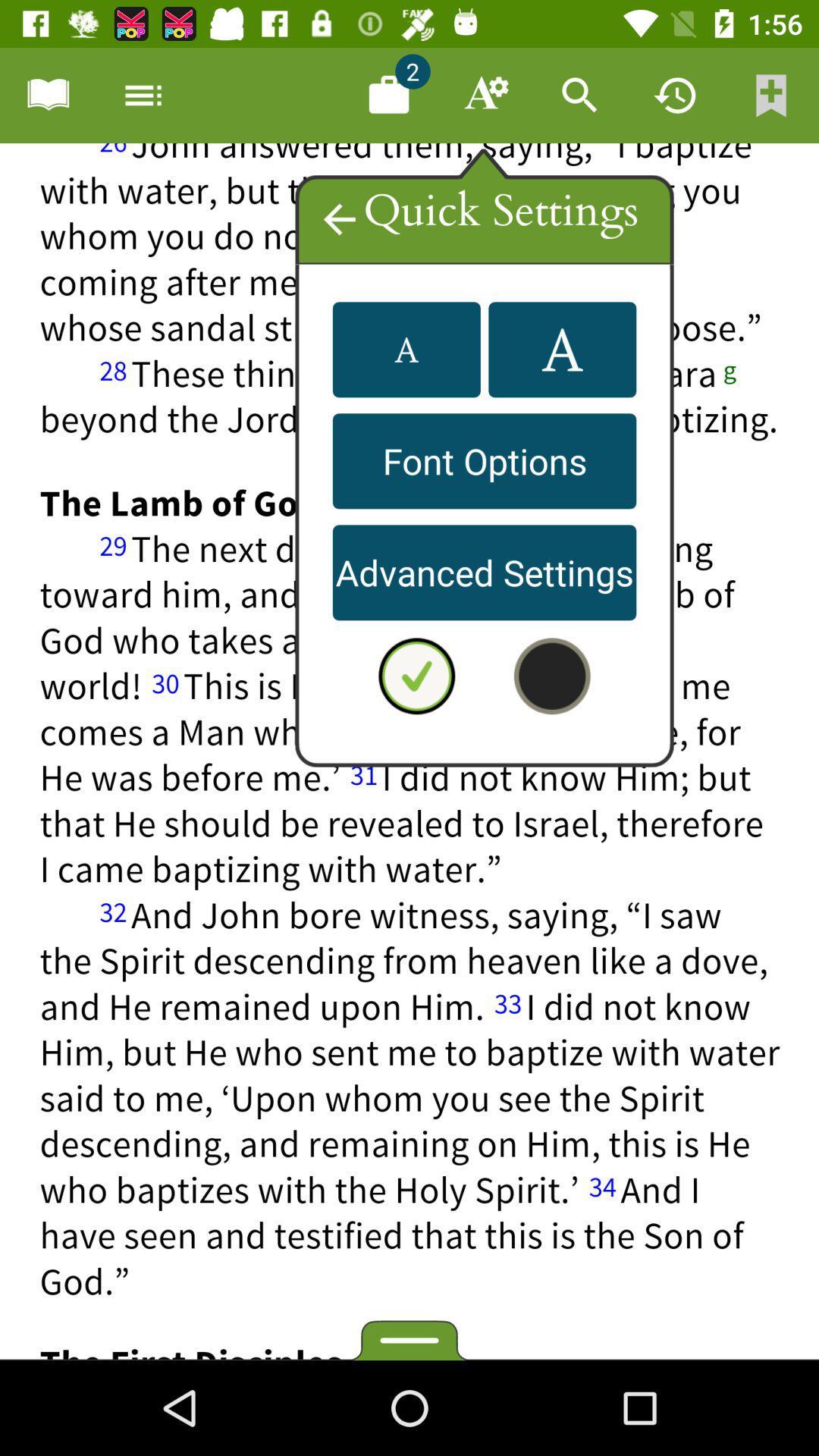  Describe the element at coordinates (562, 349) in the screenshot. I see `the font icon` at that location.